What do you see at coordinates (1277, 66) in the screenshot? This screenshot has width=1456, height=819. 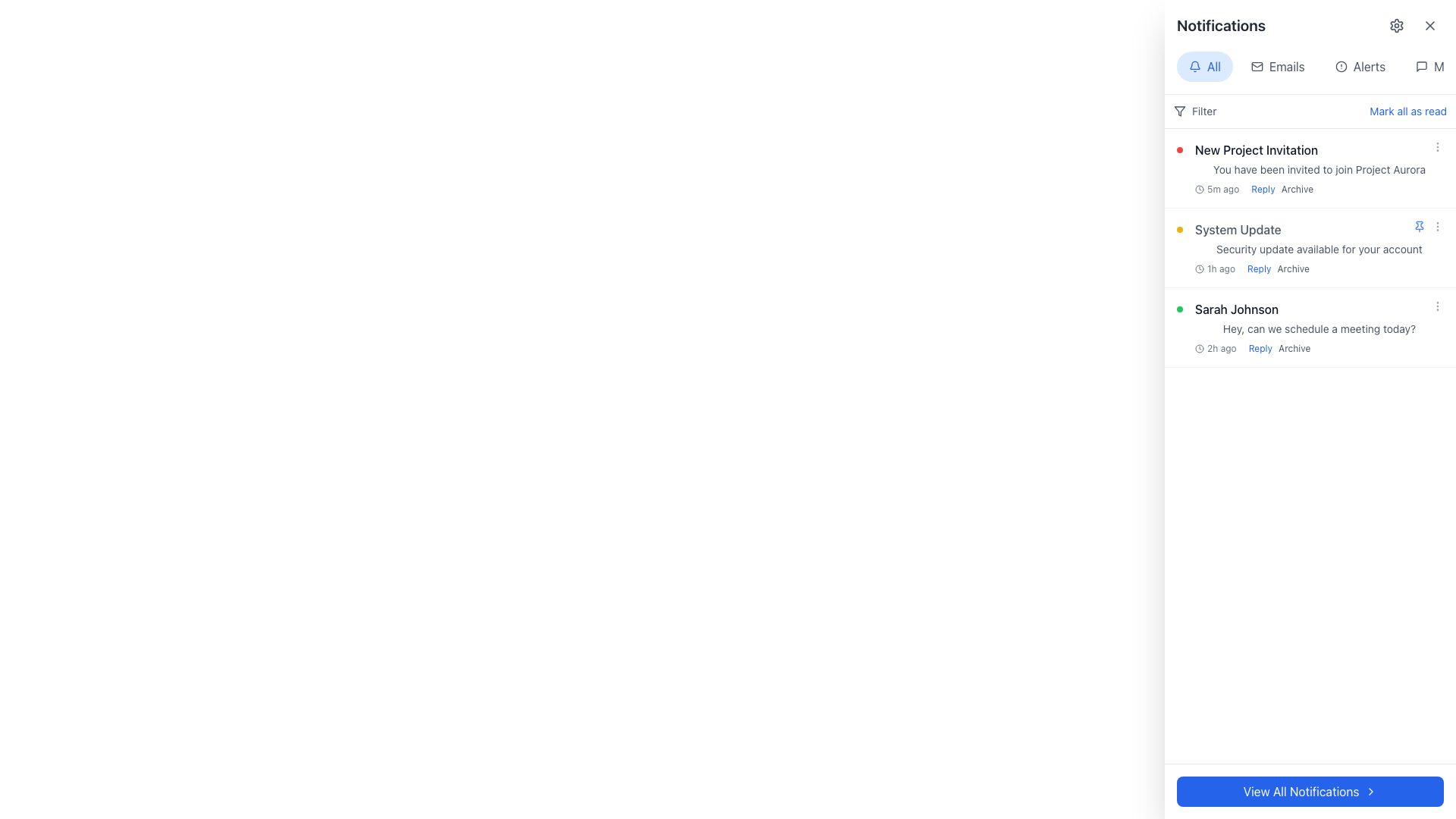 I see `the 'Emails' button in the horizontal menu bar` at bounding box center [1277, 66].